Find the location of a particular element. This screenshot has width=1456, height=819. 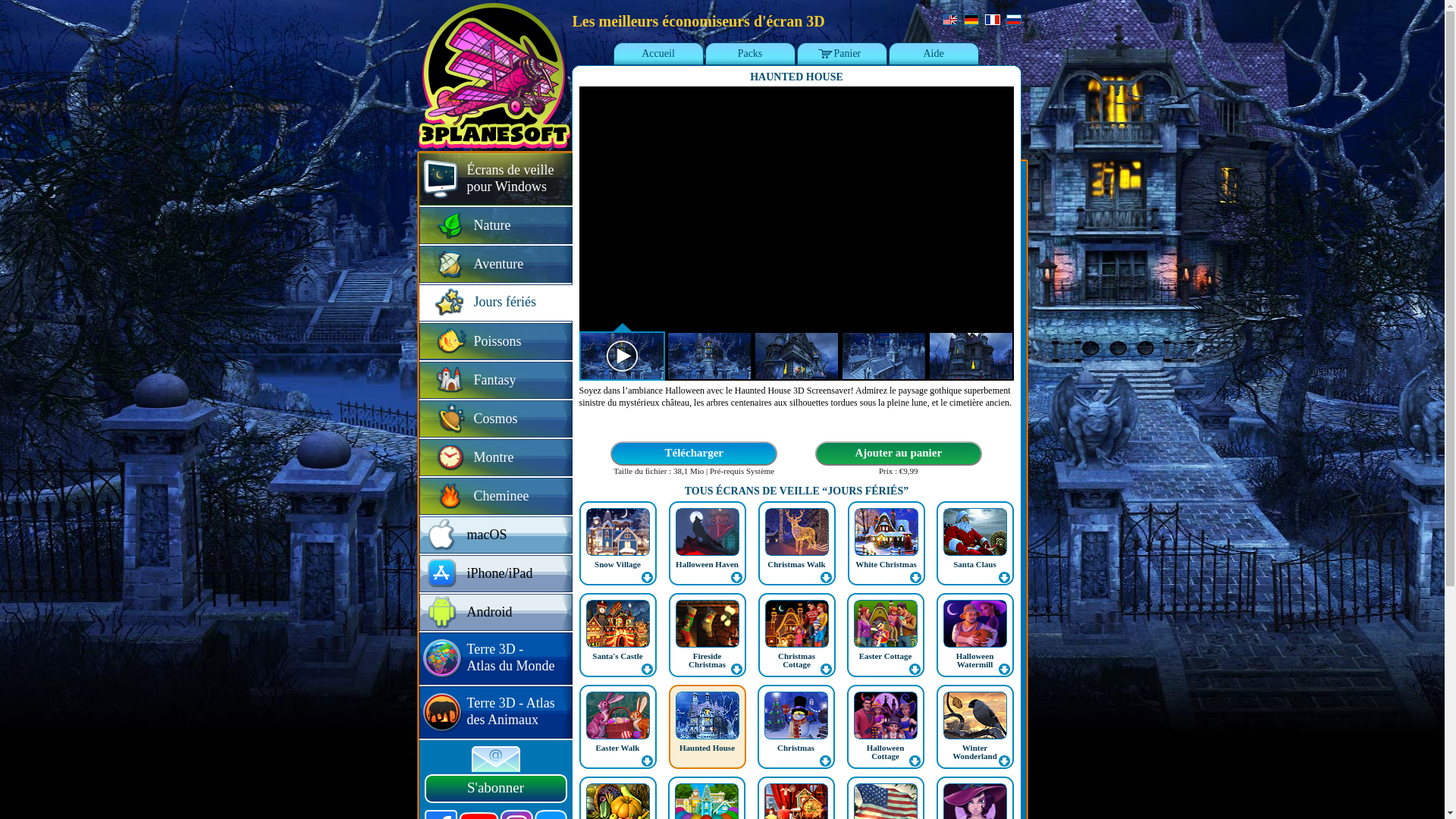

'Poissons' is located at coordinates (494, 342).